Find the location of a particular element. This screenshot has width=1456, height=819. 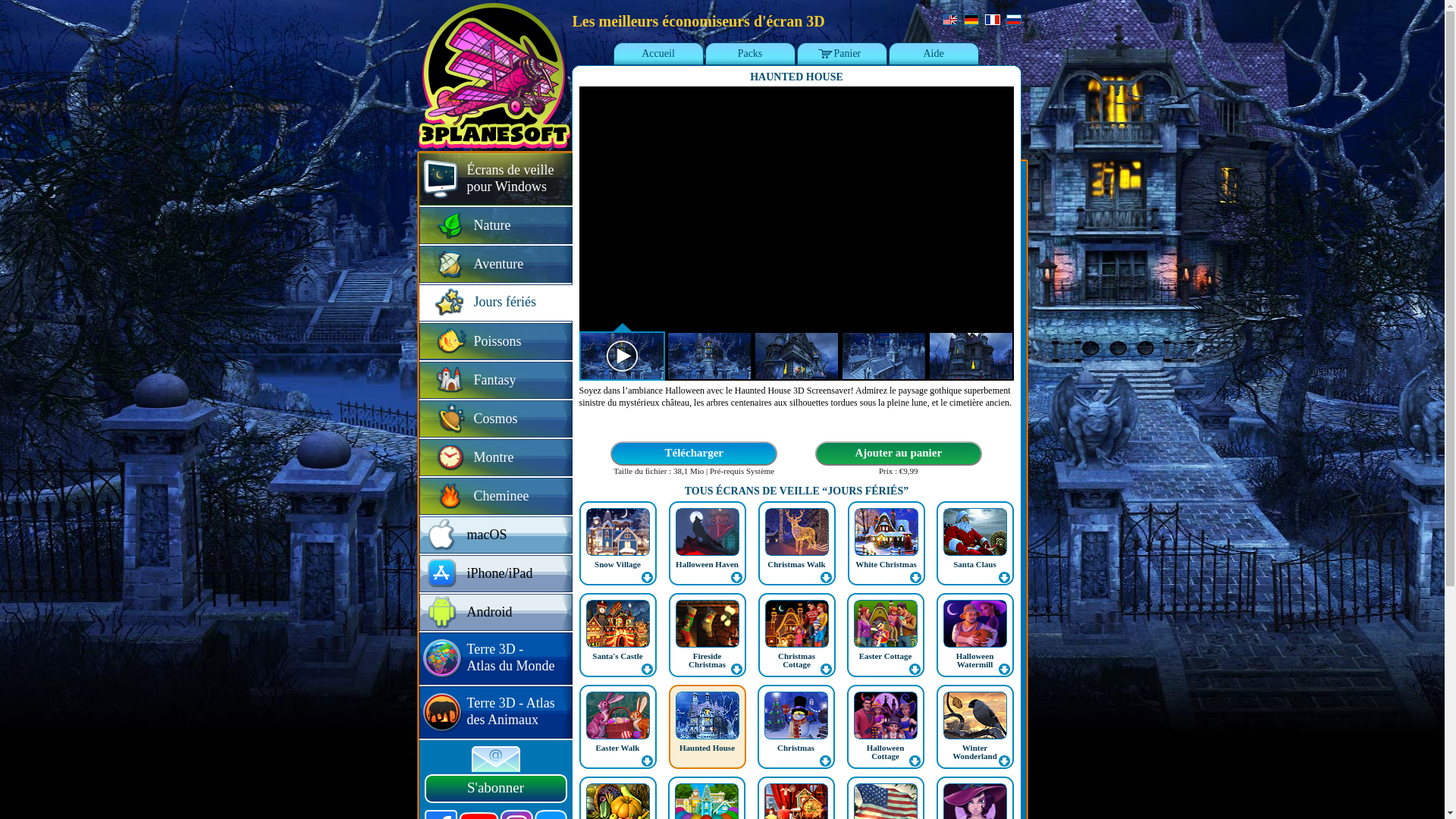

'Poissons' is located at coordinates (494, 342).